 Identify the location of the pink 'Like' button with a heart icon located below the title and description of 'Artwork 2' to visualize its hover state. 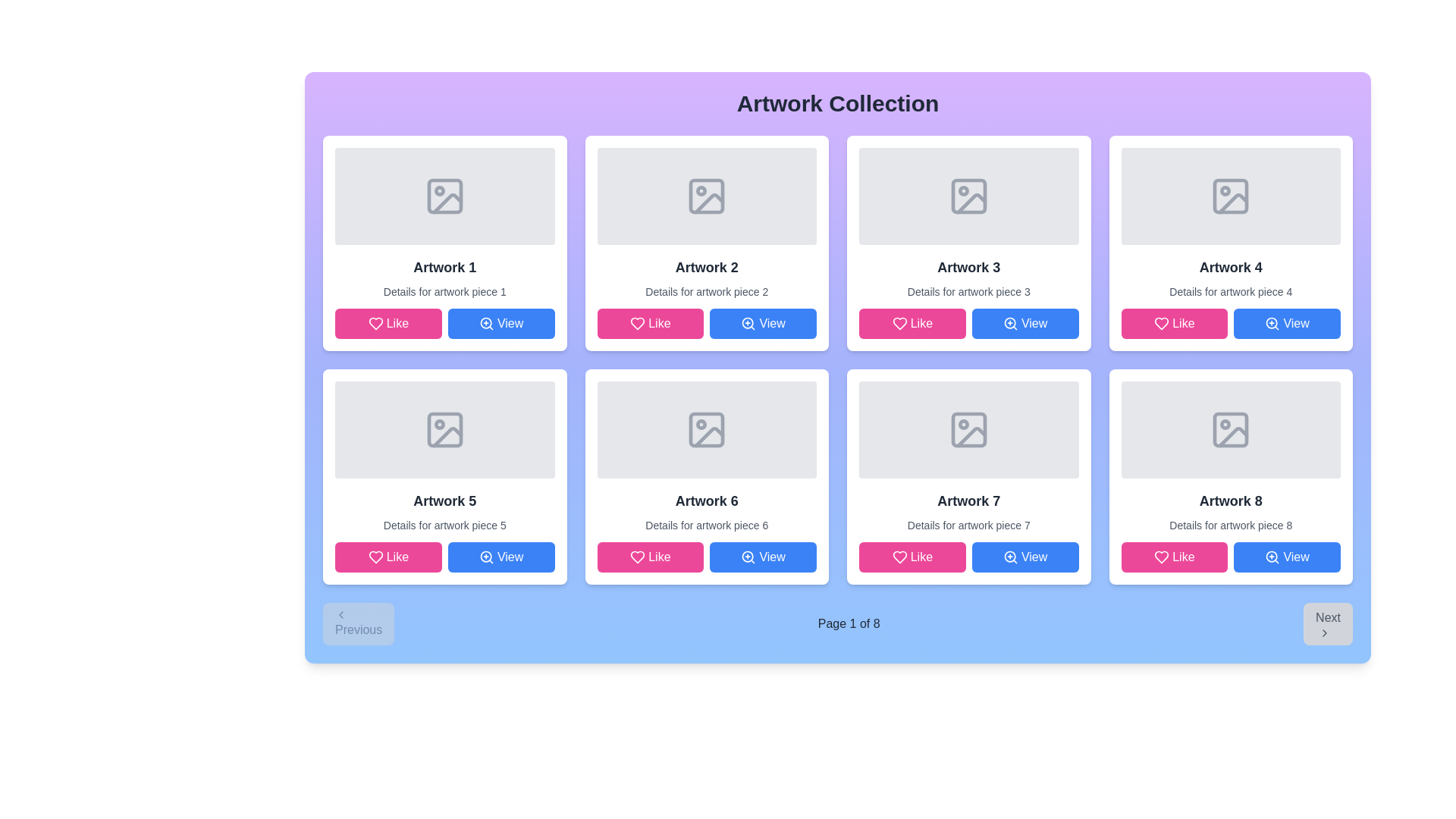
(650, 323).